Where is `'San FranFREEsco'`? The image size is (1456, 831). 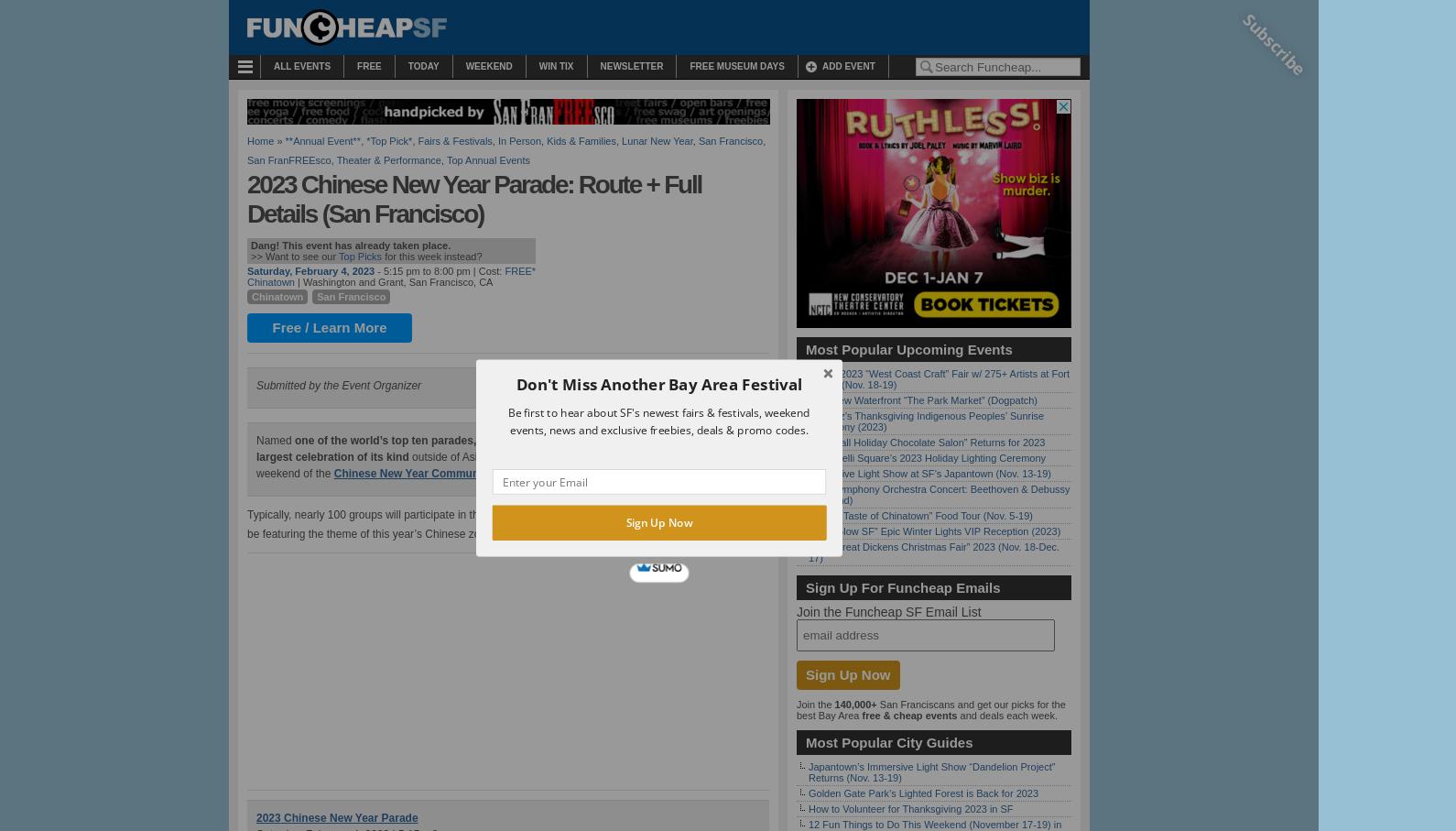
'San FranFREEsco' is located at coordinates (288, 159).